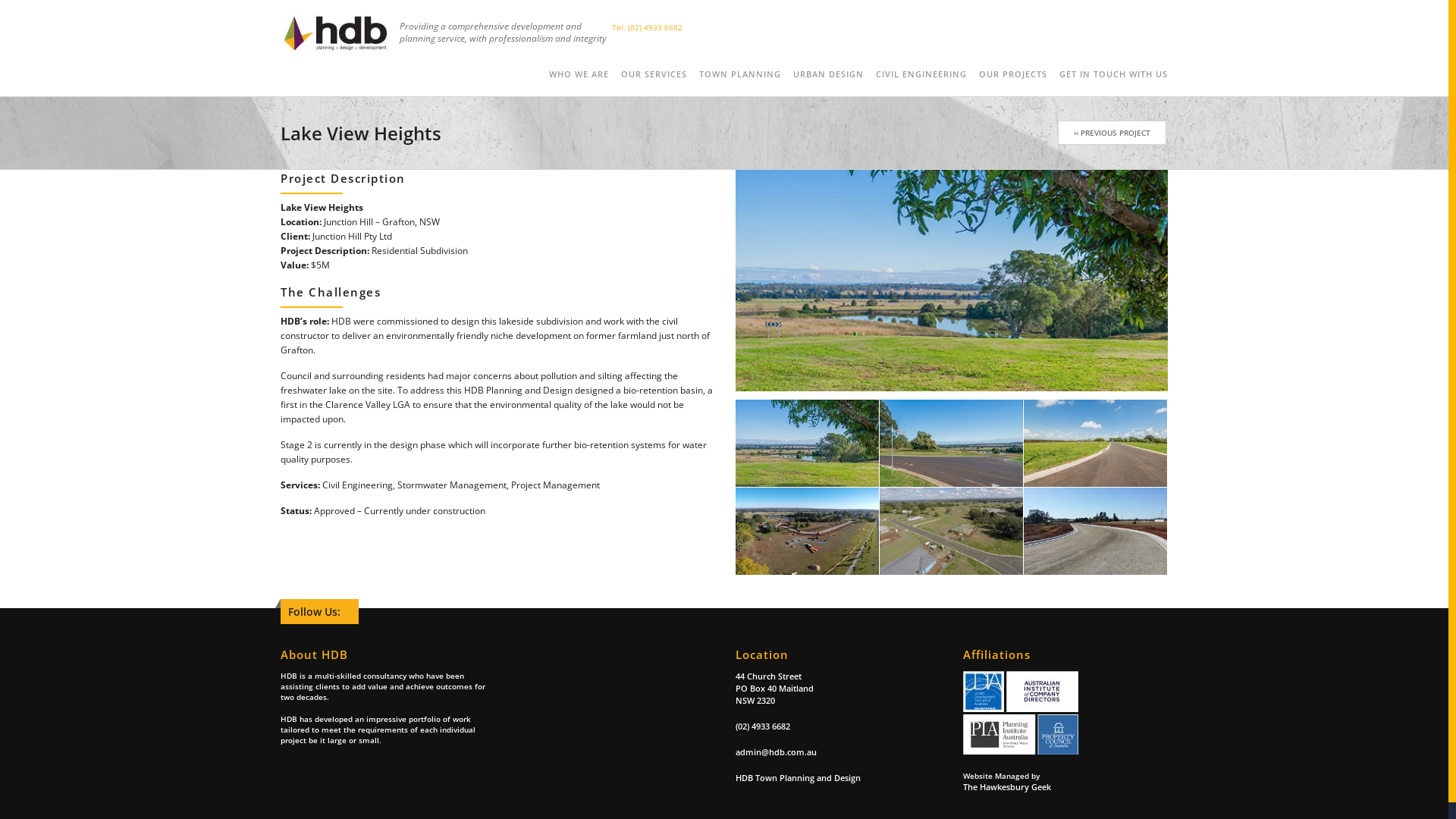  I want to click on '44 Church Street, so click(836, 688).